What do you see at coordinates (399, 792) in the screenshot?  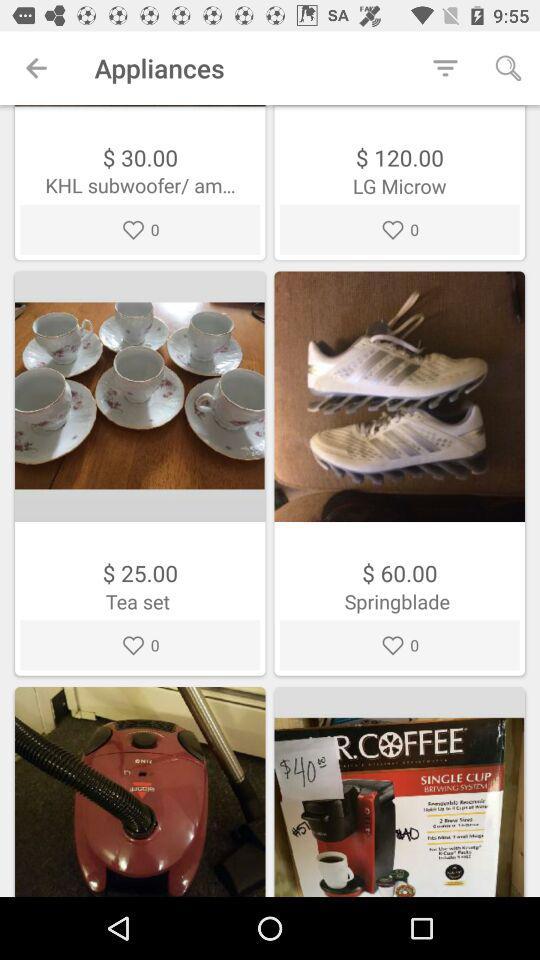 I see `the second right image` at bounding box center [399, 792].